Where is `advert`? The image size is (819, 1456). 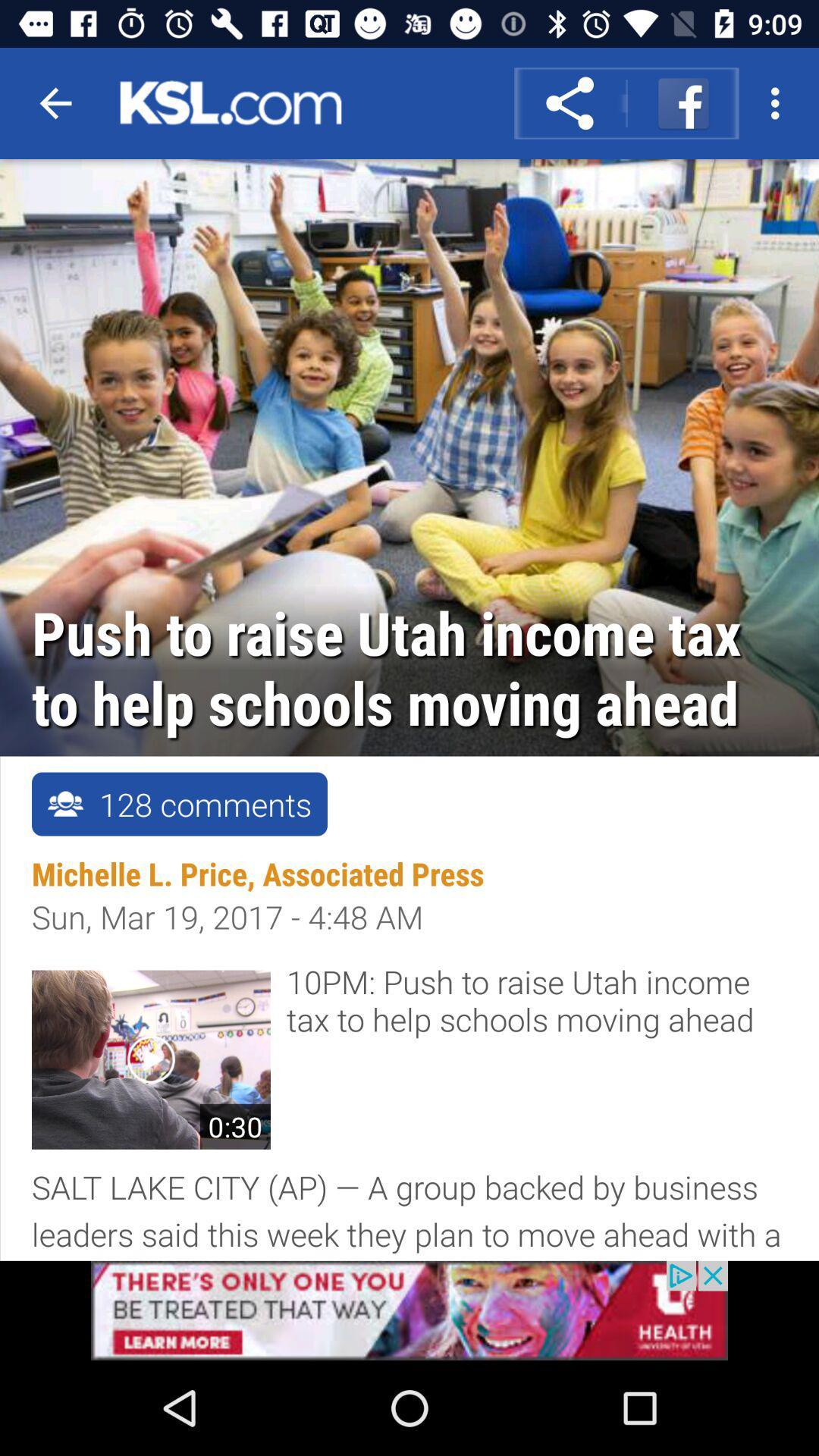 advert is located at coordinates (409, 1310).